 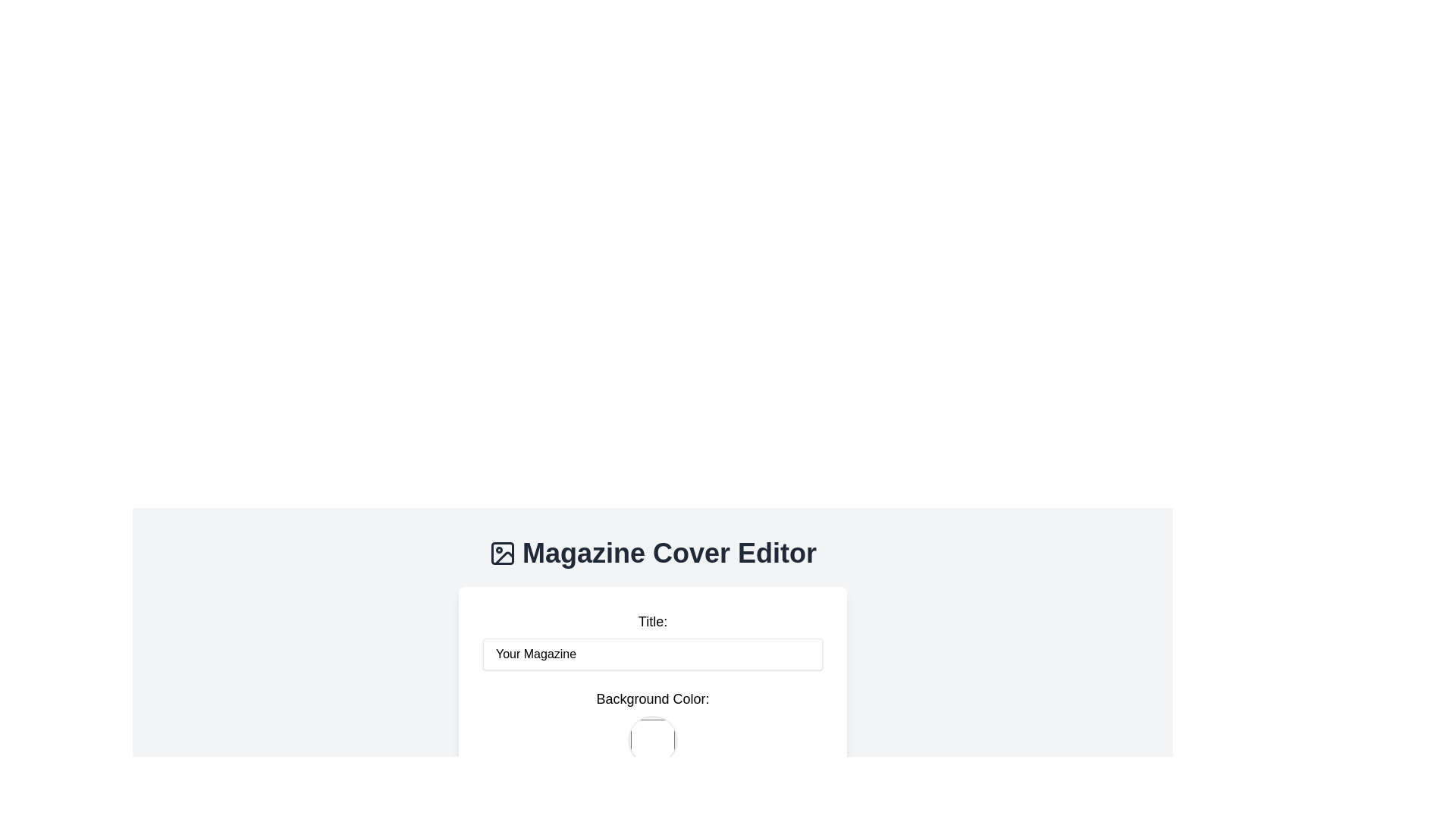 What do you see at coordinates (652, 622) in the screenshot?
I see `the text label 'Title:' which is styled with a larger font size and bold weight, positioned above the input field labeled 'Your Magazine'` at bounding box center [652, 622].